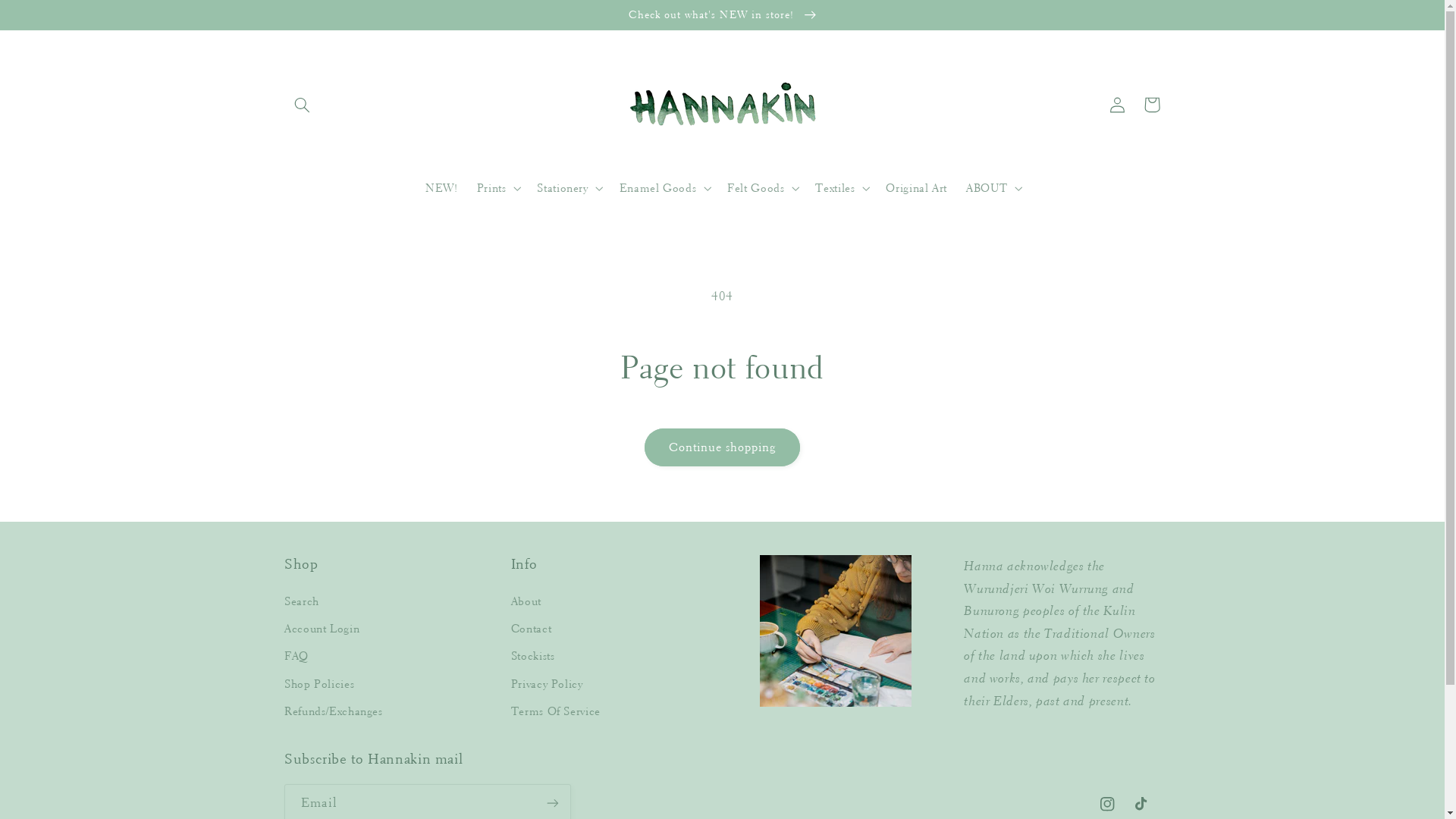  I want to click on 'Privacy Policy', so click(546, 684).